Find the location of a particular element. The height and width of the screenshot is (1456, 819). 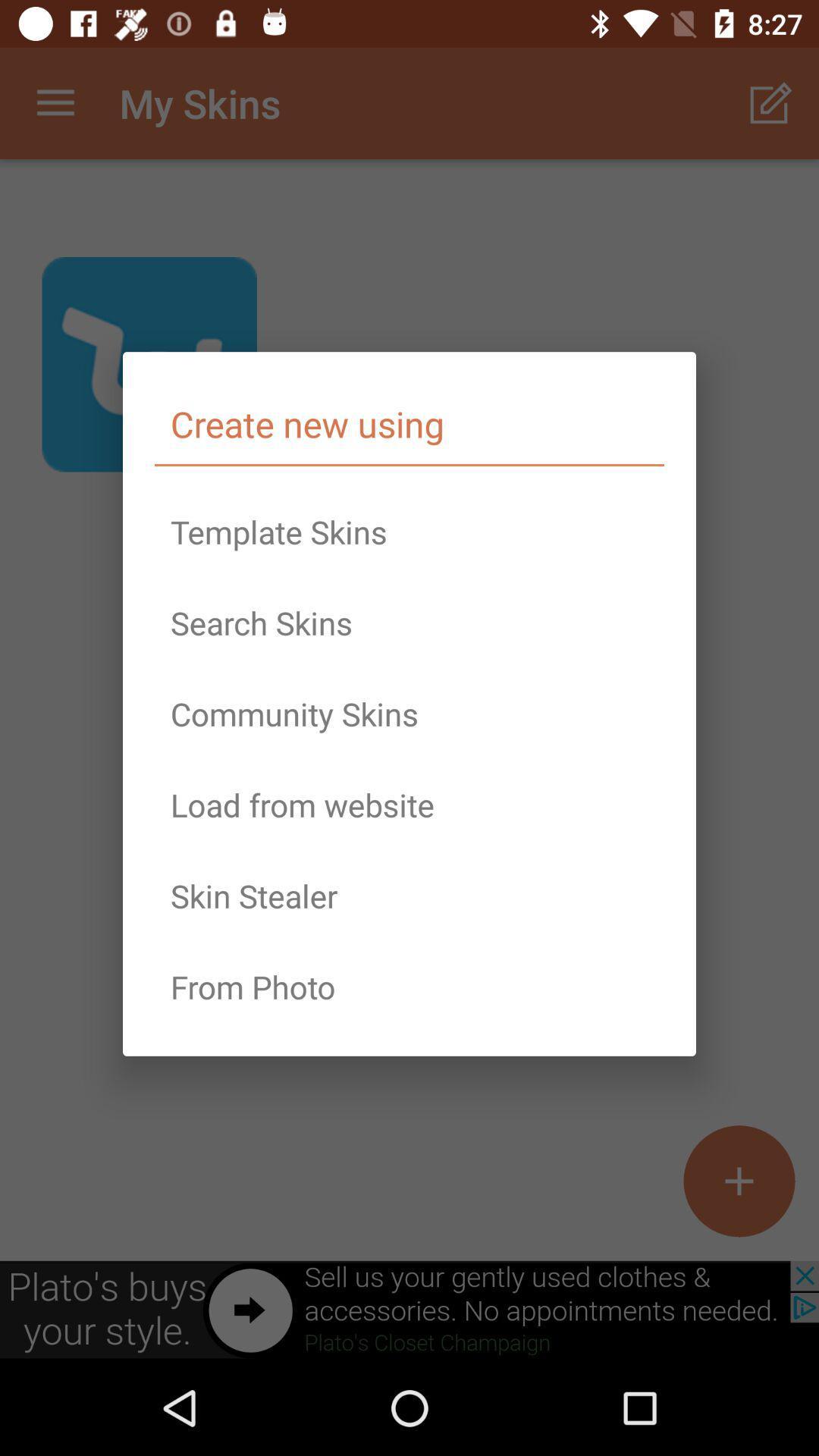

icon above from photo item is located at coordinates (409, 896).